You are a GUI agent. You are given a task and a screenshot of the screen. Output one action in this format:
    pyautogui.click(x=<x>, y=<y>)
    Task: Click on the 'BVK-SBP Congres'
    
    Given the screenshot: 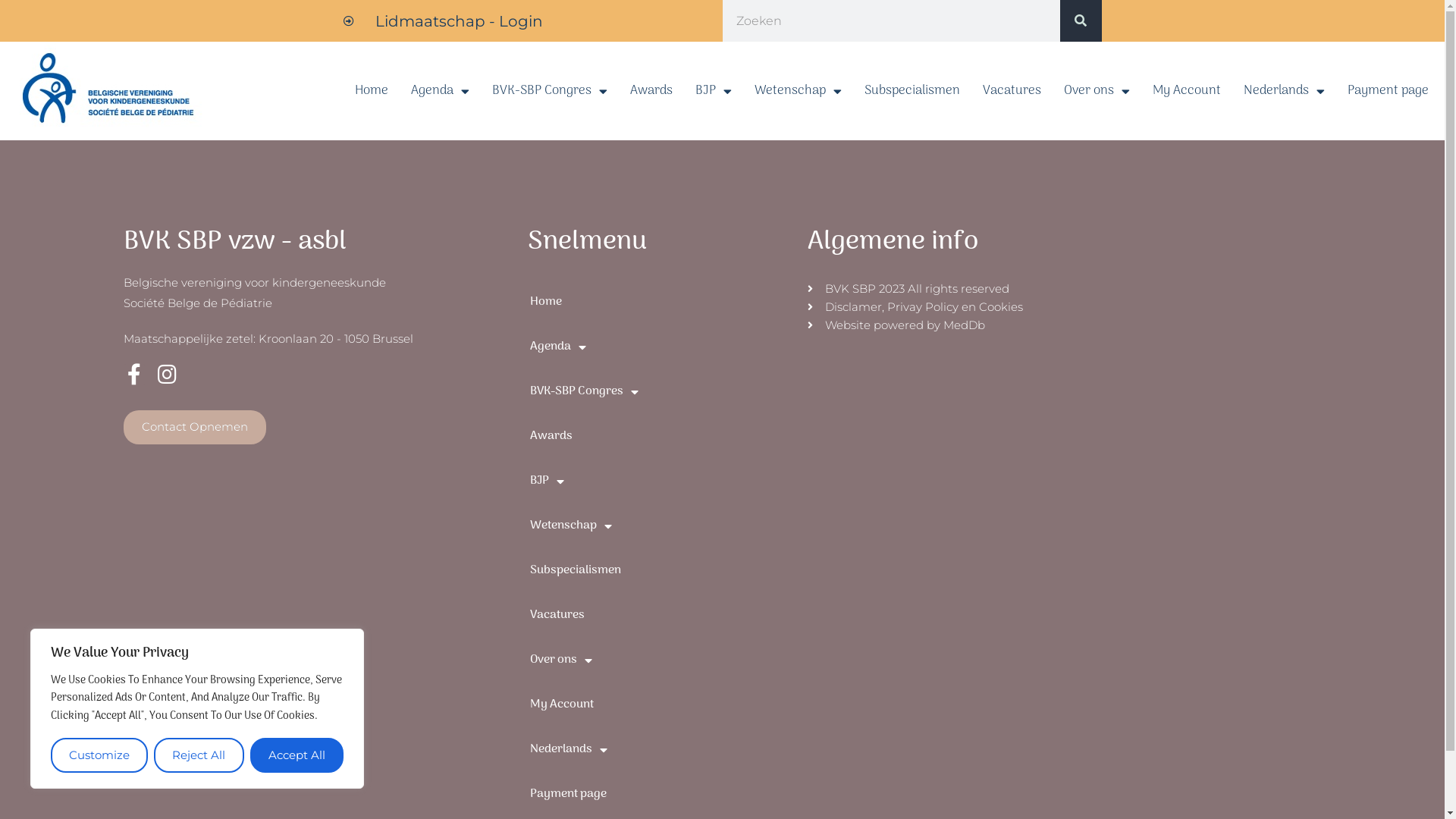 What is the action you would take?
    pyautogui.click(x=528, y=391)
    